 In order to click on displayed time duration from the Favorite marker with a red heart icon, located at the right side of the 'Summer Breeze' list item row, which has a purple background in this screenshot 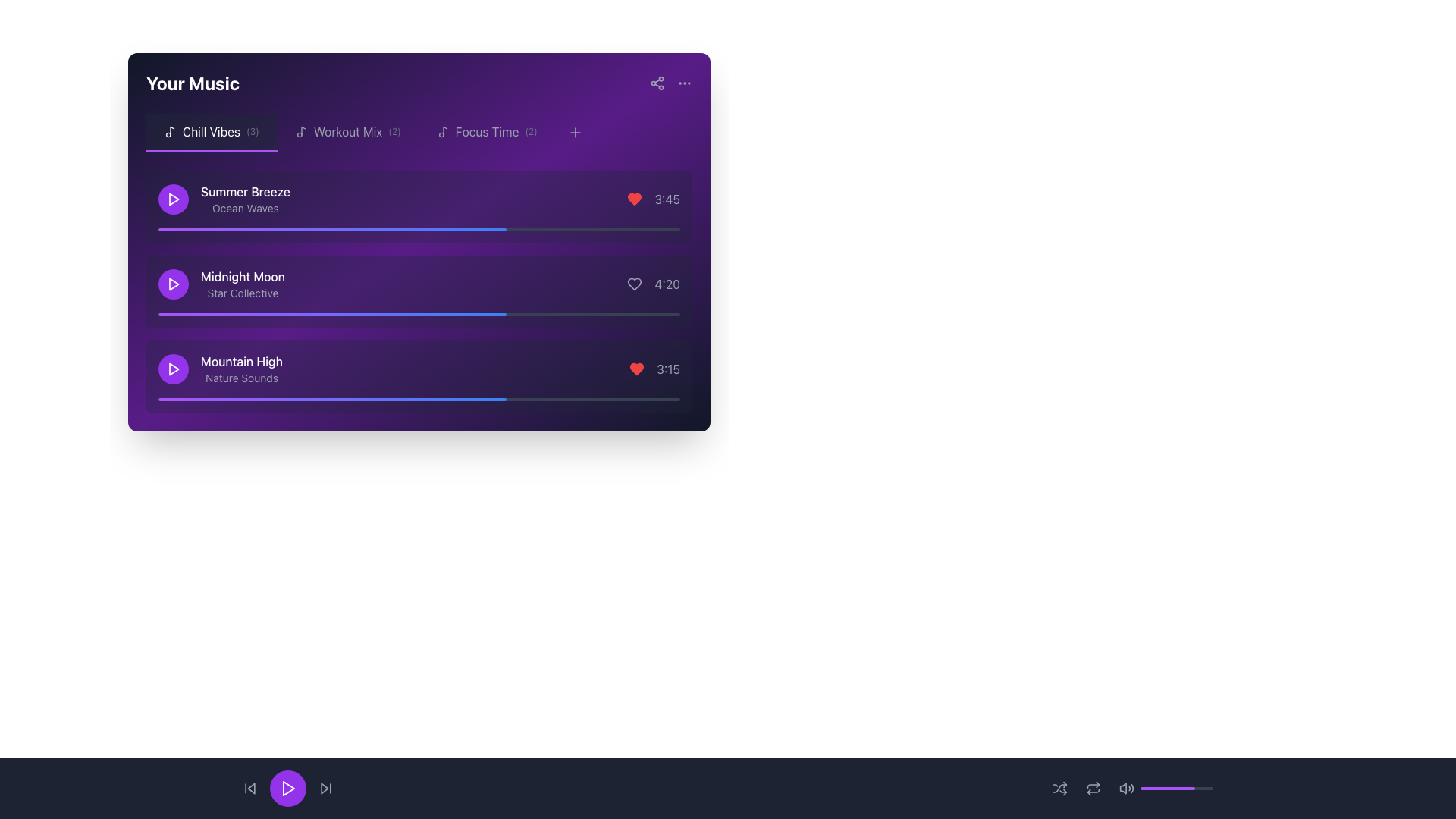, I will do `click(654, 198)`.